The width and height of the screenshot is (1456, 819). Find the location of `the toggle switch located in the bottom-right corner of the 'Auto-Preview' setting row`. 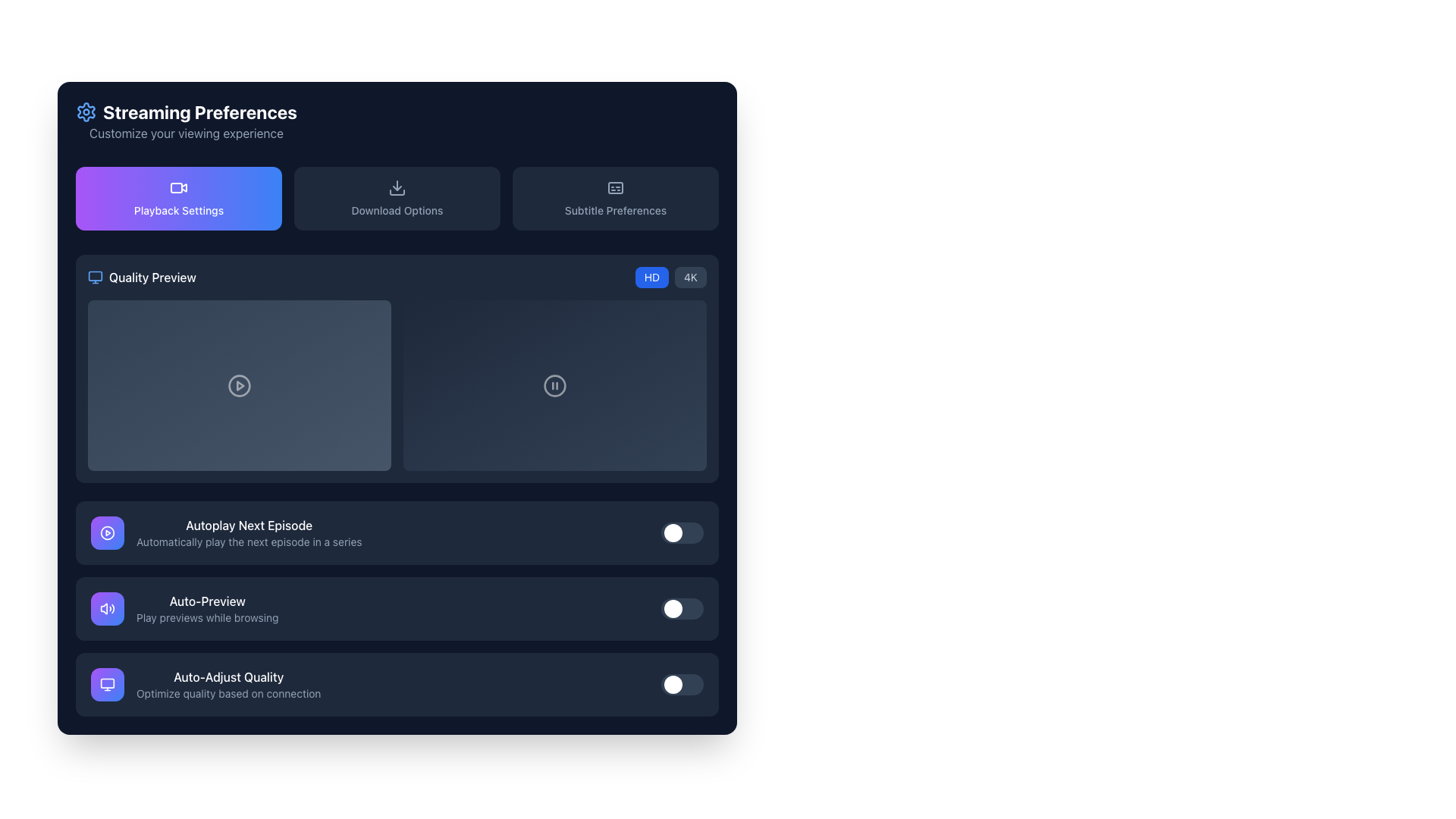

the toggle switch located in the bottom-right corner of the 'Auto-Preview' setting row is located at coordinates (682, 607).